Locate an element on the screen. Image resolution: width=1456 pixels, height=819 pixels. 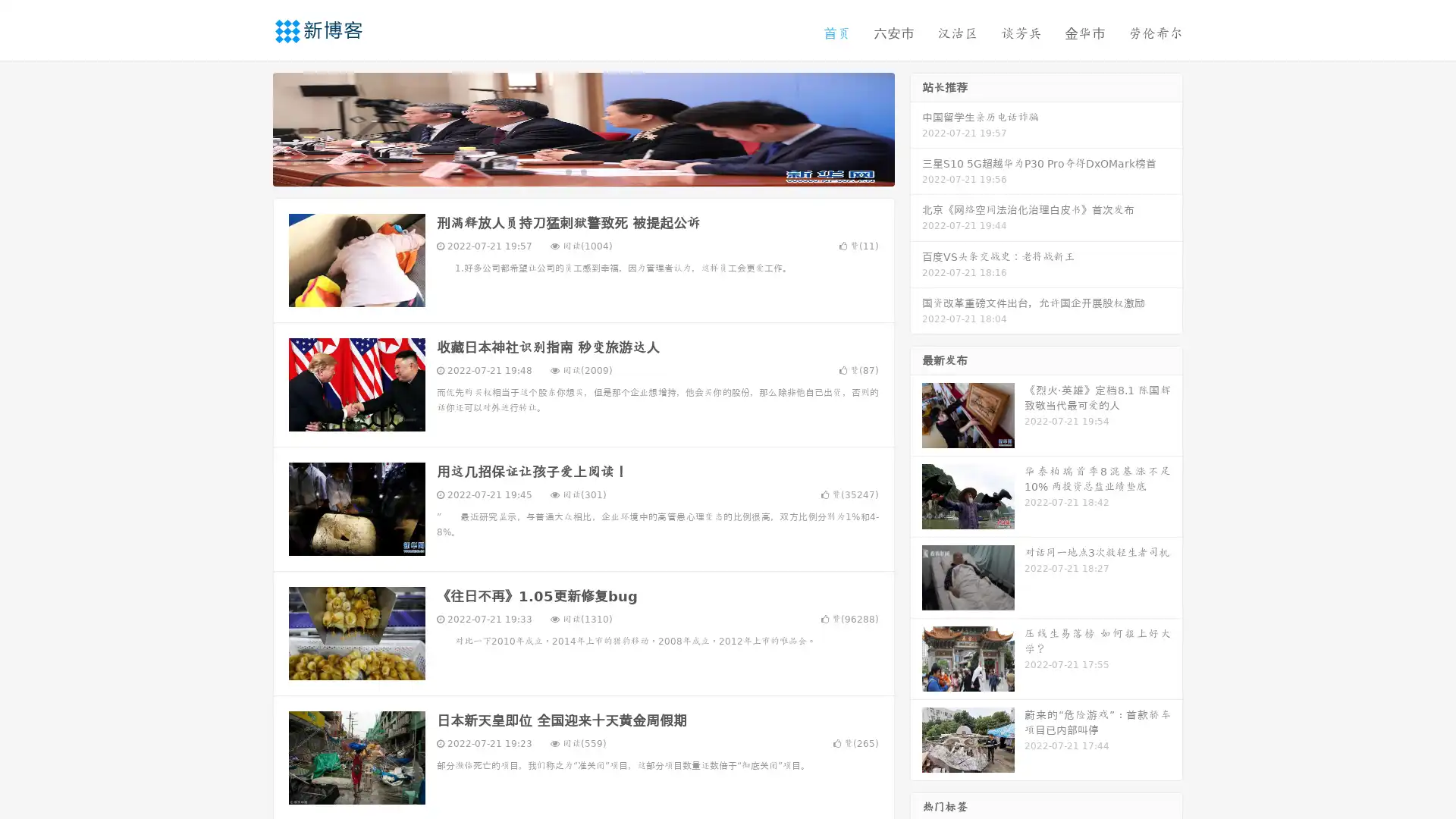
Go to slide 3 is located at coordinates (598, 171).